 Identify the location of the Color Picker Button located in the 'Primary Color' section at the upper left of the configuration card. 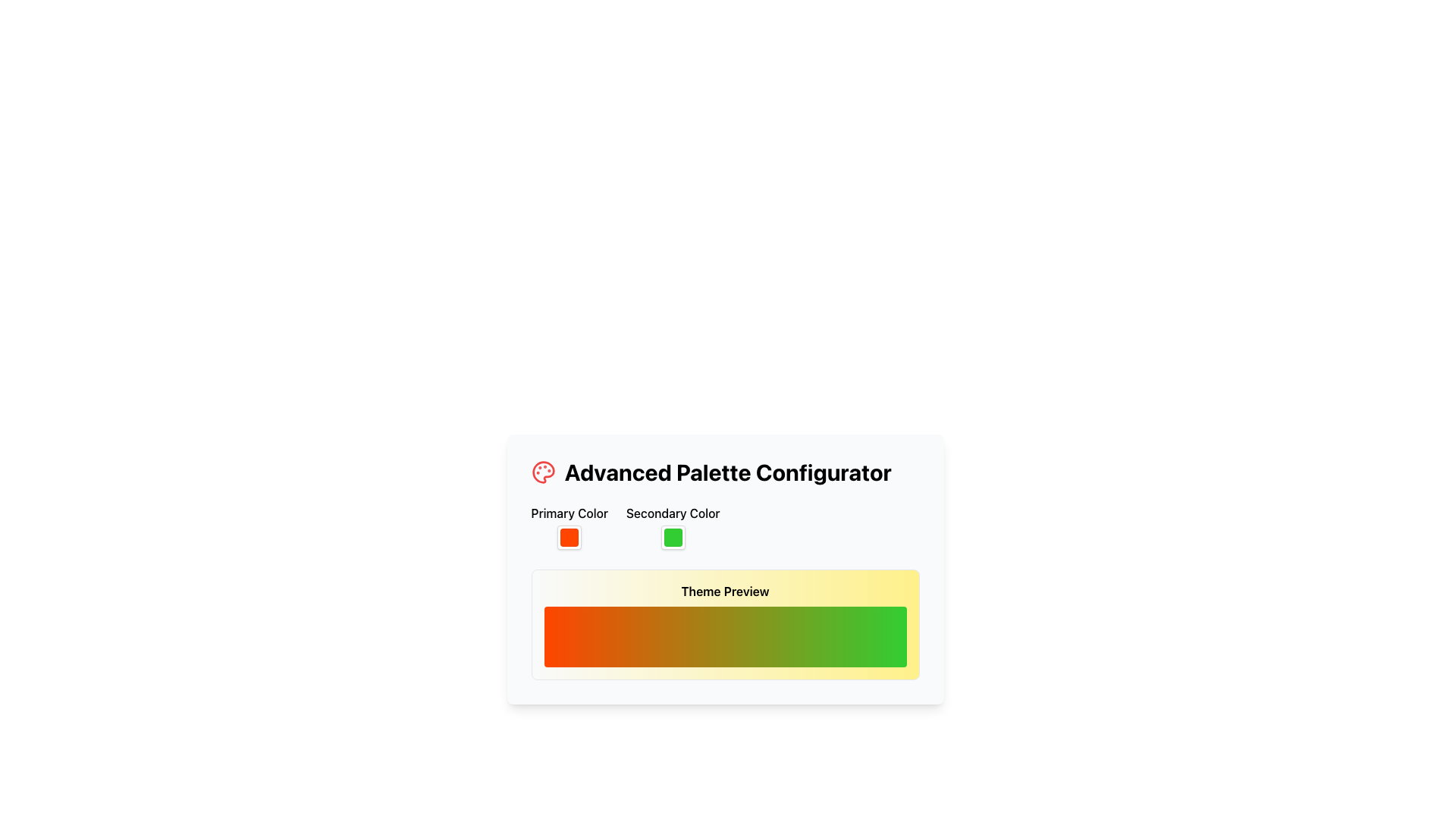
(569, 537).